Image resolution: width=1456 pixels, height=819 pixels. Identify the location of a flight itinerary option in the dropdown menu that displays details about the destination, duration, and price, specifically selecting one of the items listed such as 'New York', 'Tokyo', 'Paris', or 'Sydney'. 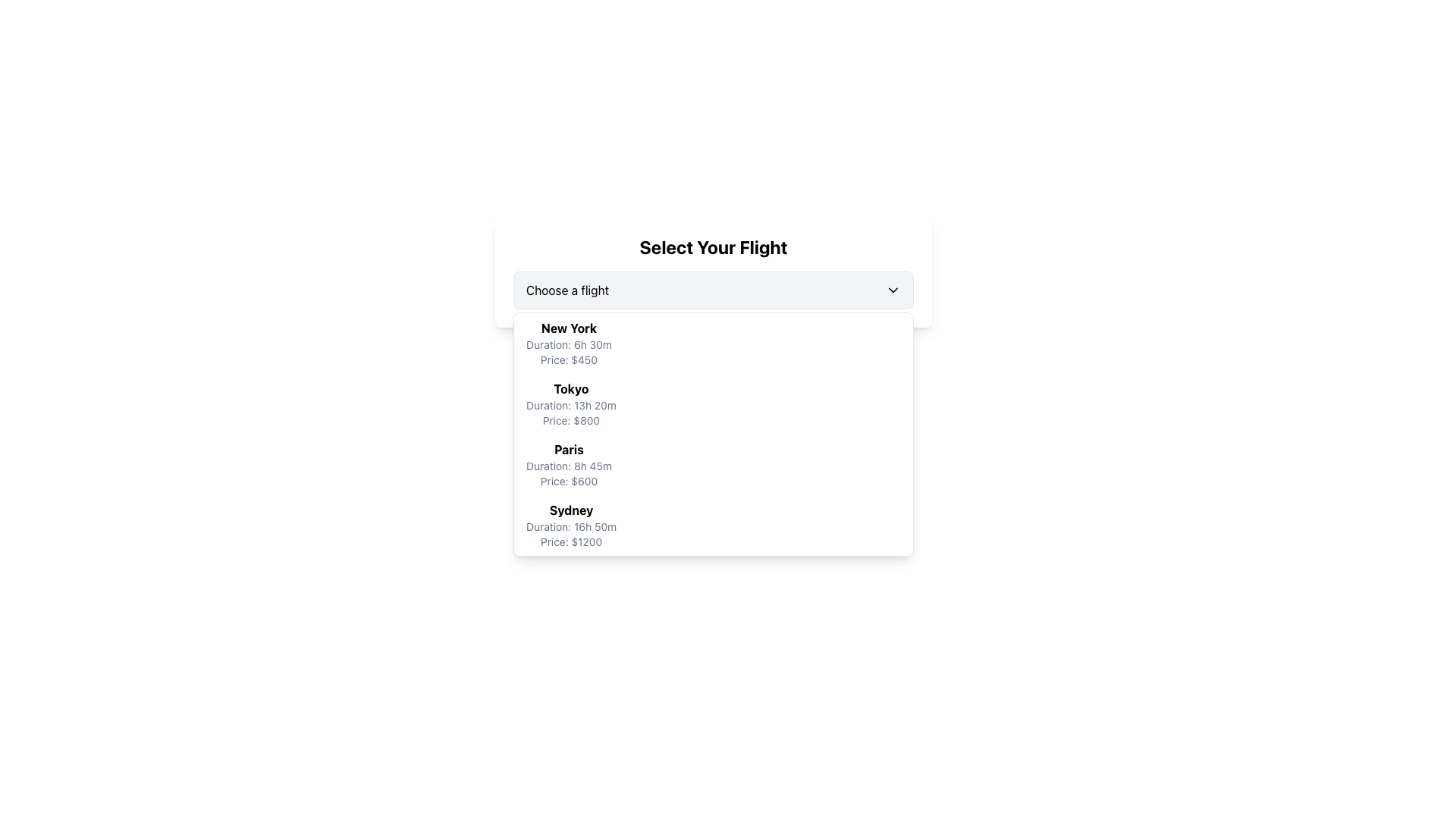
(712, 435).